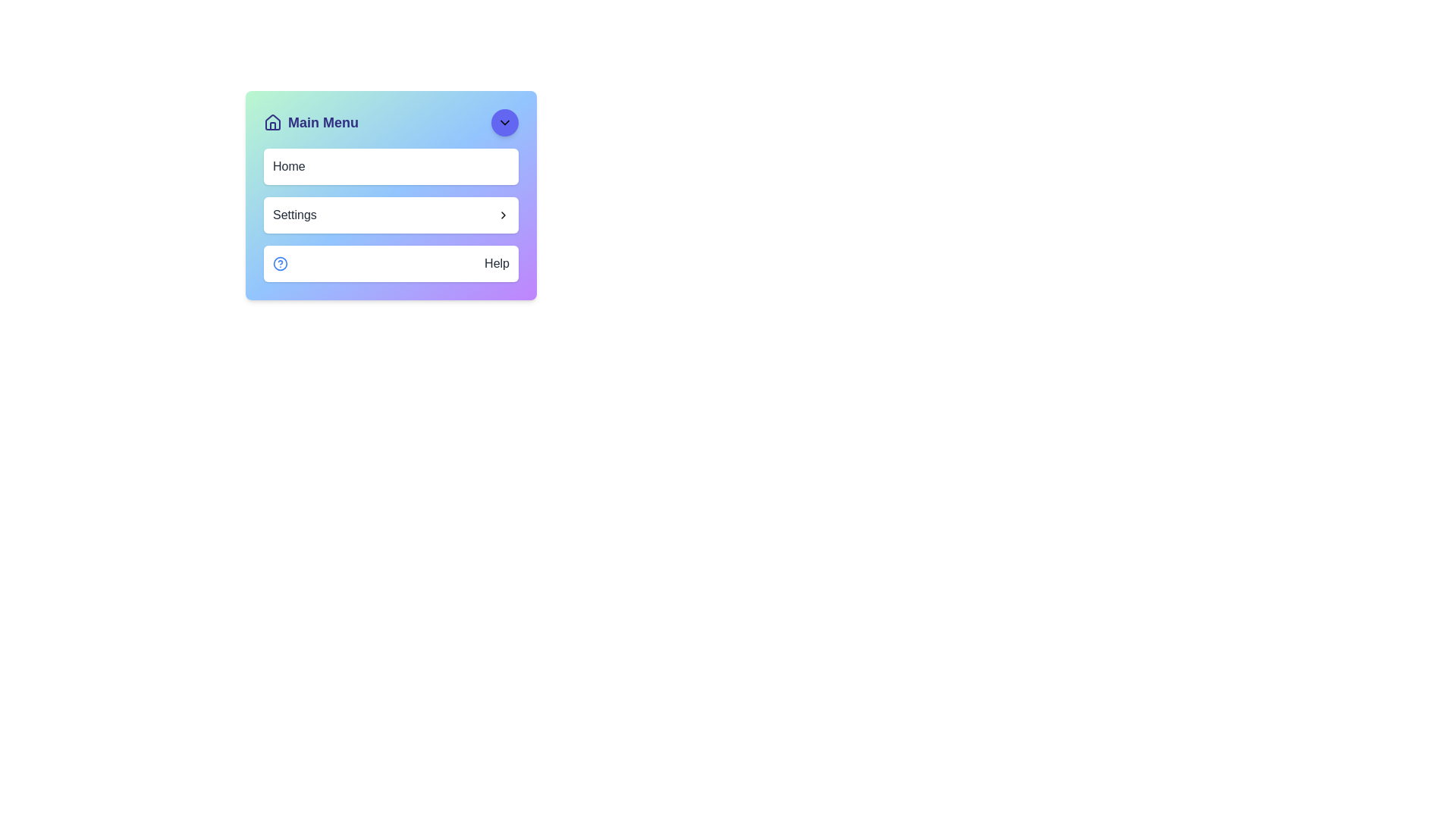 The image size is (1456, 819). What do you see at coordinates (391, 262) in the screenshot?
I see `the help button located at the bottom-left of the interface, below the 'Settings' element` at bounding box center [391, 262].